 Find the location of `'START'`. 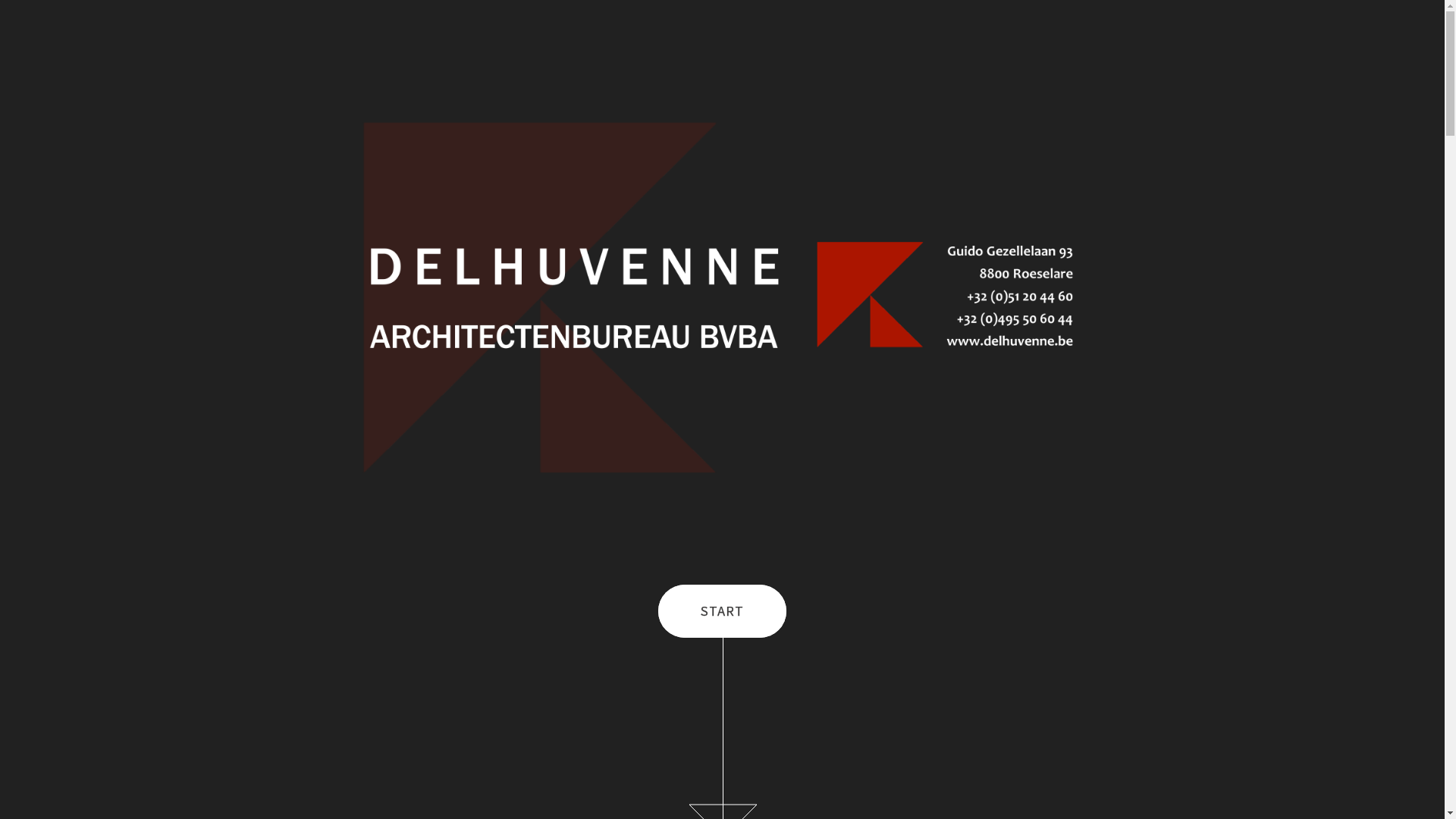

'START' is located at coordinates (721, 610).